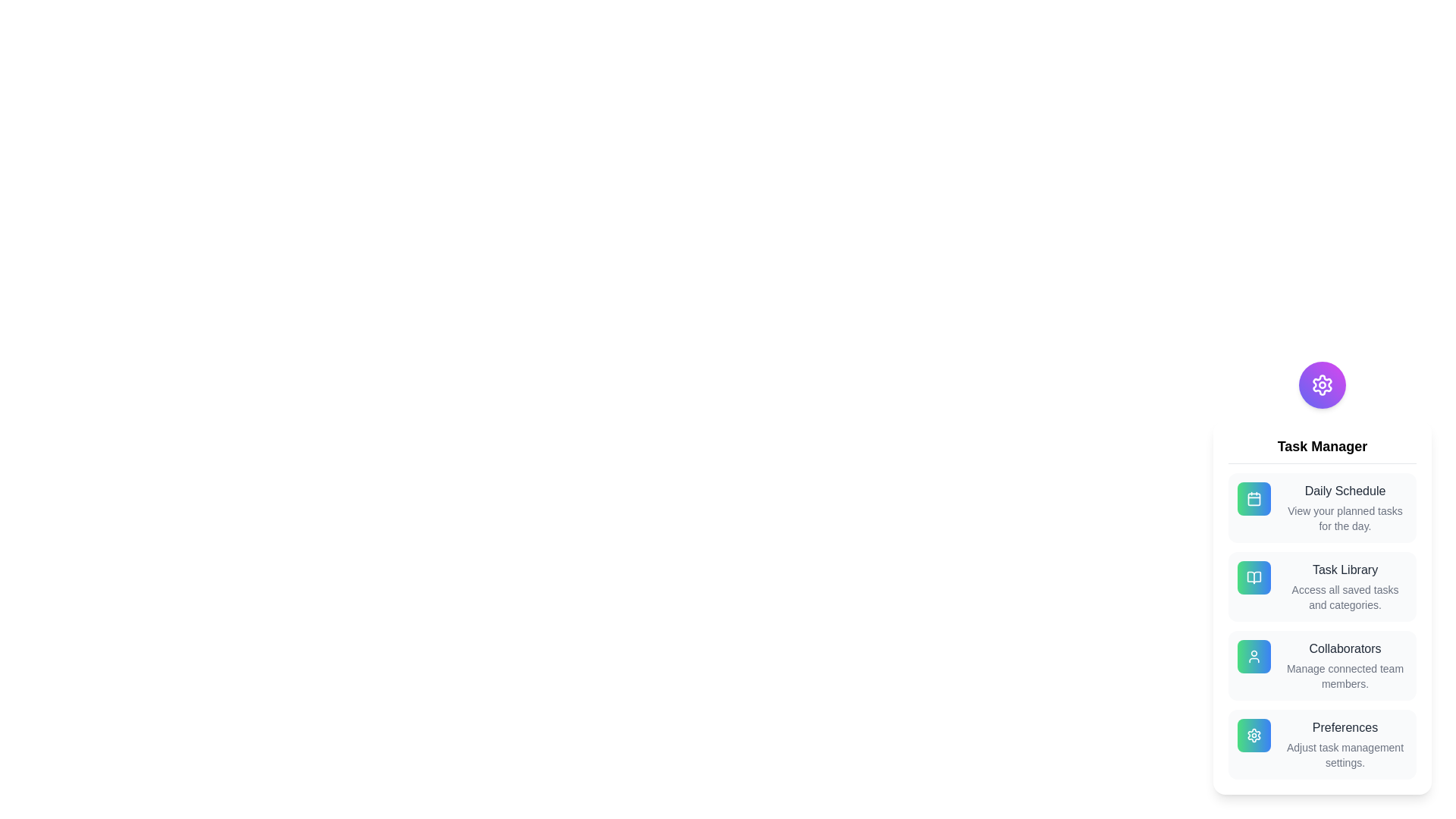 The width and height of the screenshot is (1456, 819). Describe the element at coordinates (1321, 508) in the screenshot. I see `the 'Daily Schedule' option to view planned tasks` at that location.